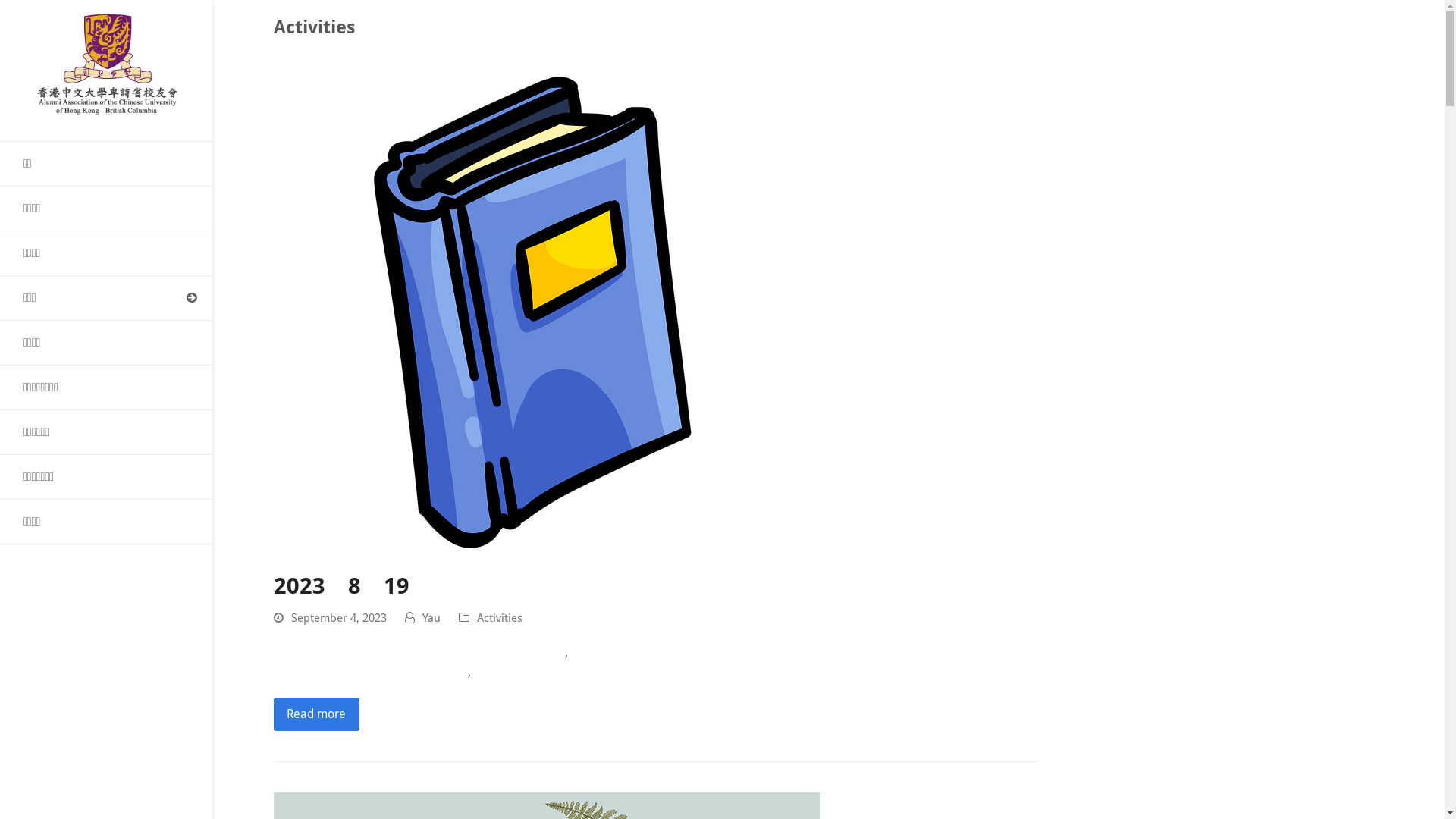  Describe the element at coordinates (431, 617) in the screenshot. I see `'Yau'` at that location.